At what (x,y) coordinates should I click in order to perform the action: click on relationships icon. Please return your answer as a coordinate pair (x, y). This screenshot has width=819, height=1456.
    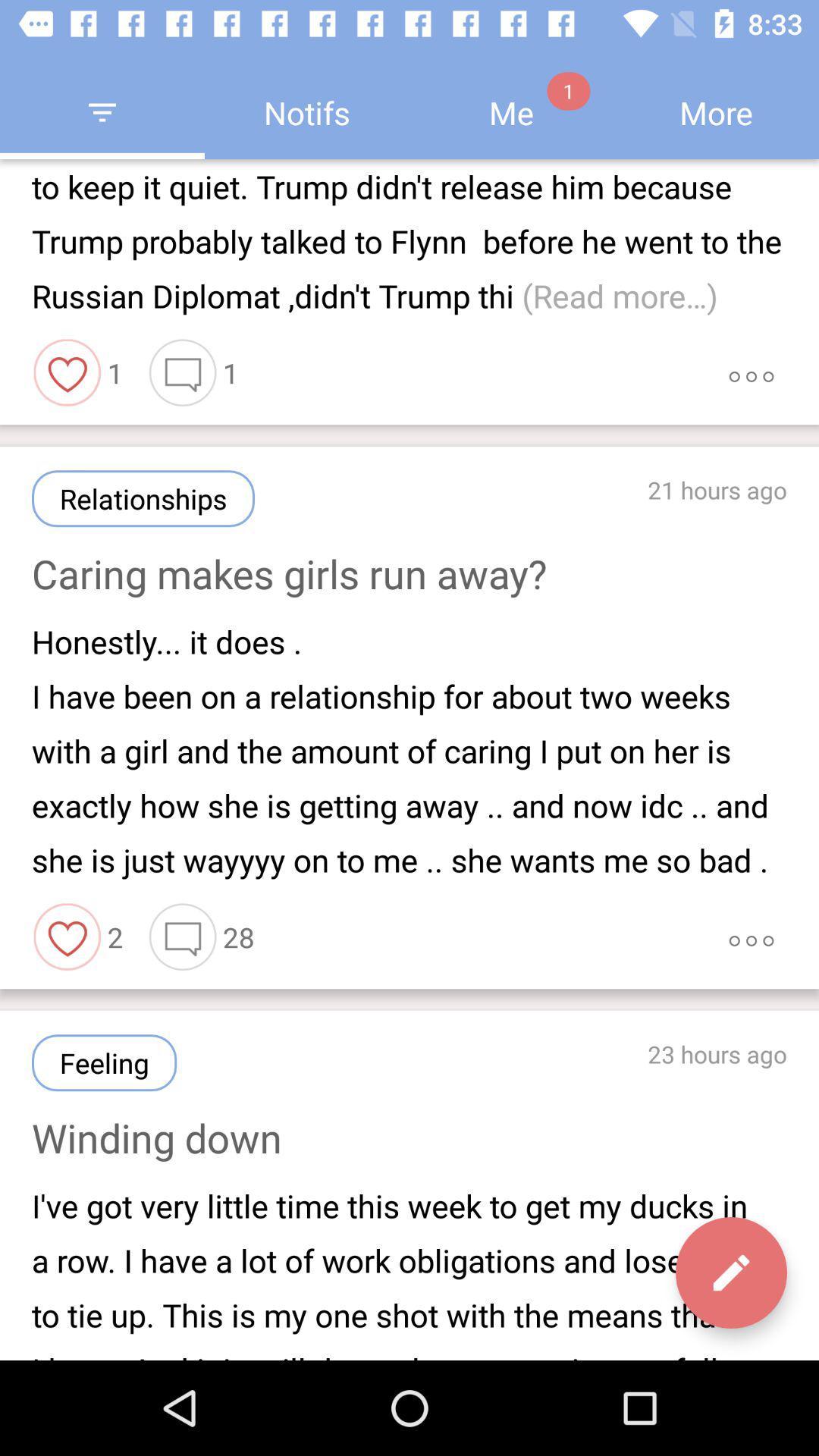
    Looking at the image, I should click on (143, 498).